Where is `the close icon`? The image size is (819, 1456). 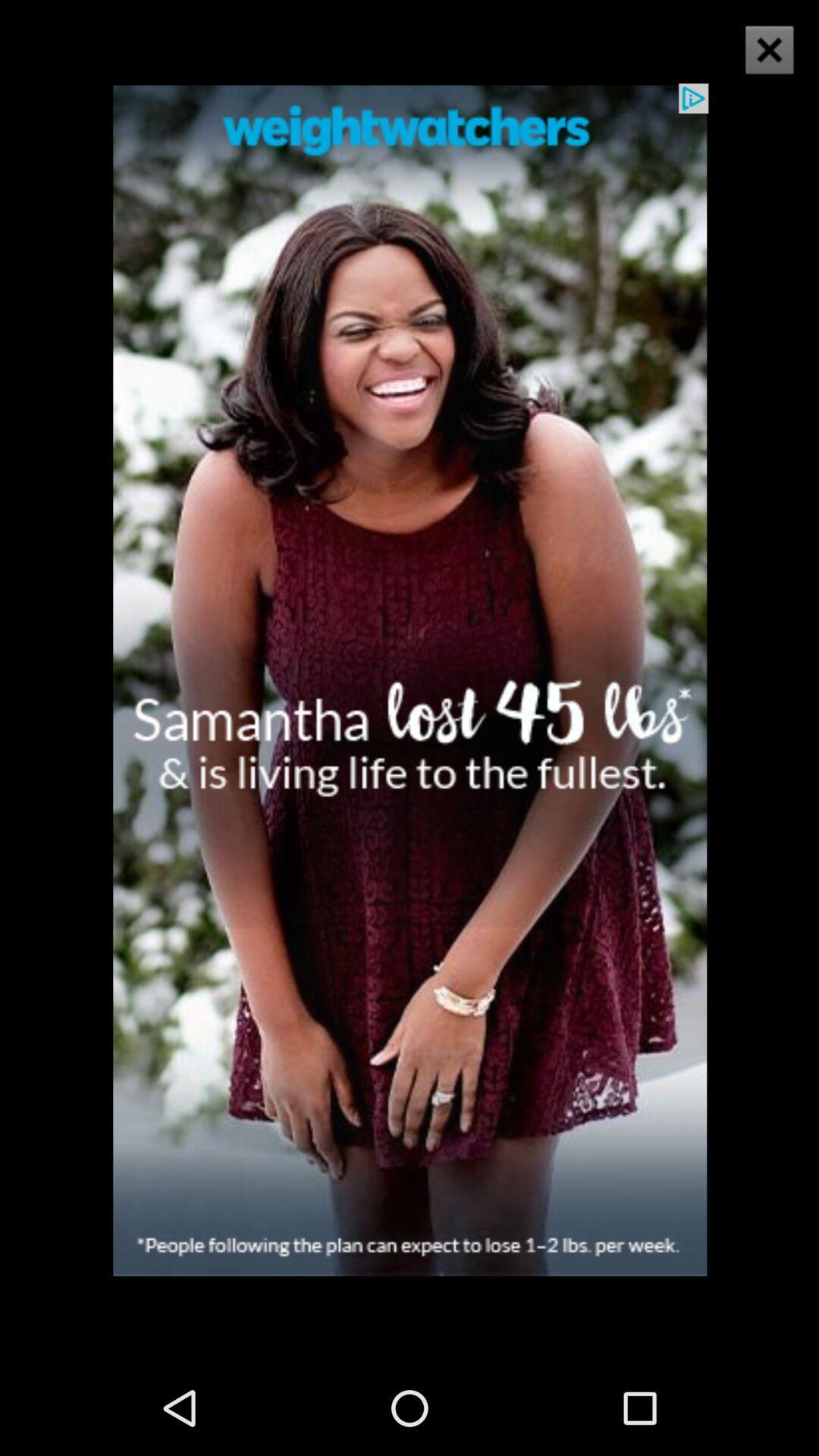 the close icon is located at coordinates (769, 53).